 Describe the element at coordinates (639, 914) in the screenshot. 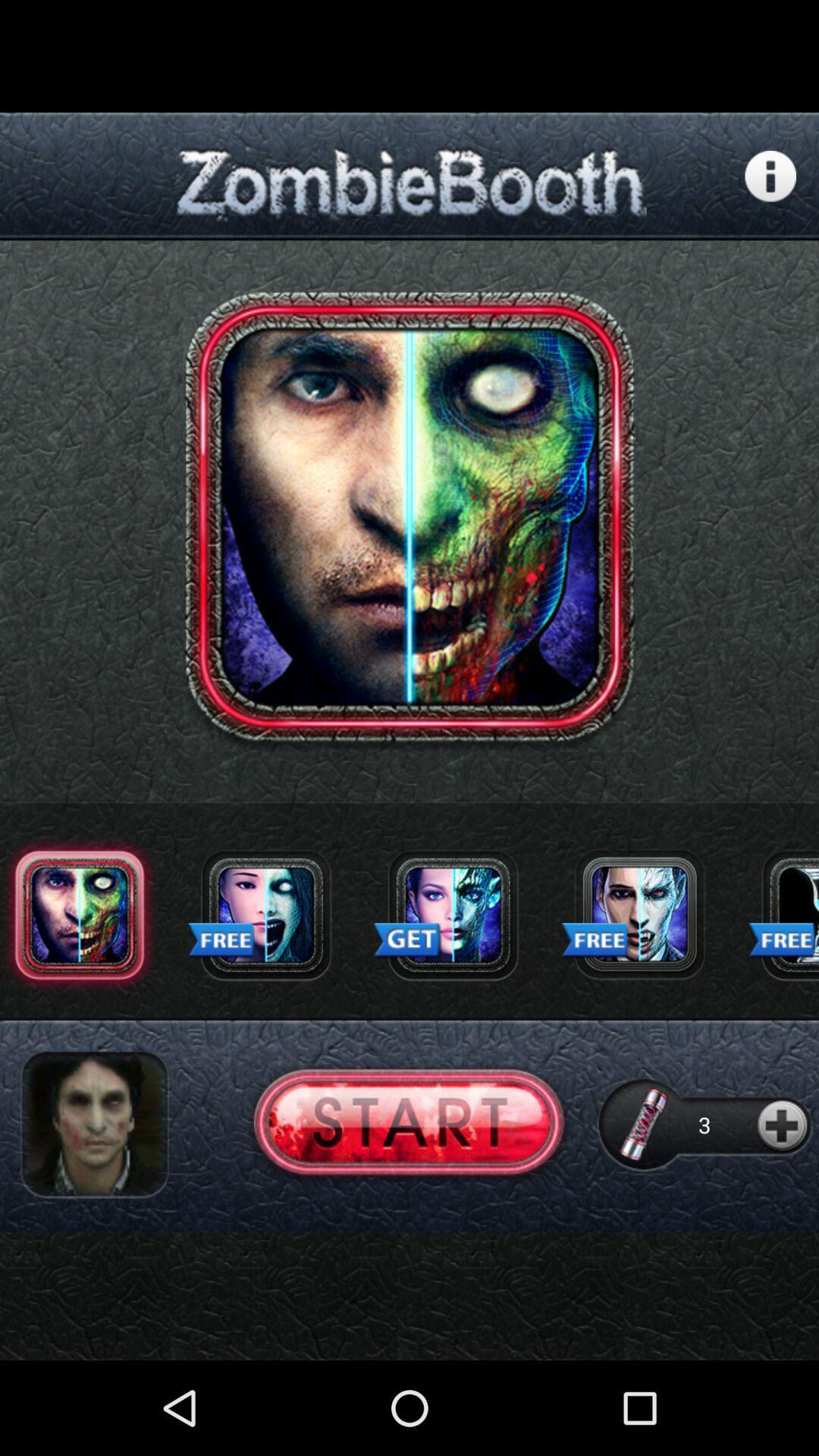

I see `click icon to make photo into zombie` at that location.